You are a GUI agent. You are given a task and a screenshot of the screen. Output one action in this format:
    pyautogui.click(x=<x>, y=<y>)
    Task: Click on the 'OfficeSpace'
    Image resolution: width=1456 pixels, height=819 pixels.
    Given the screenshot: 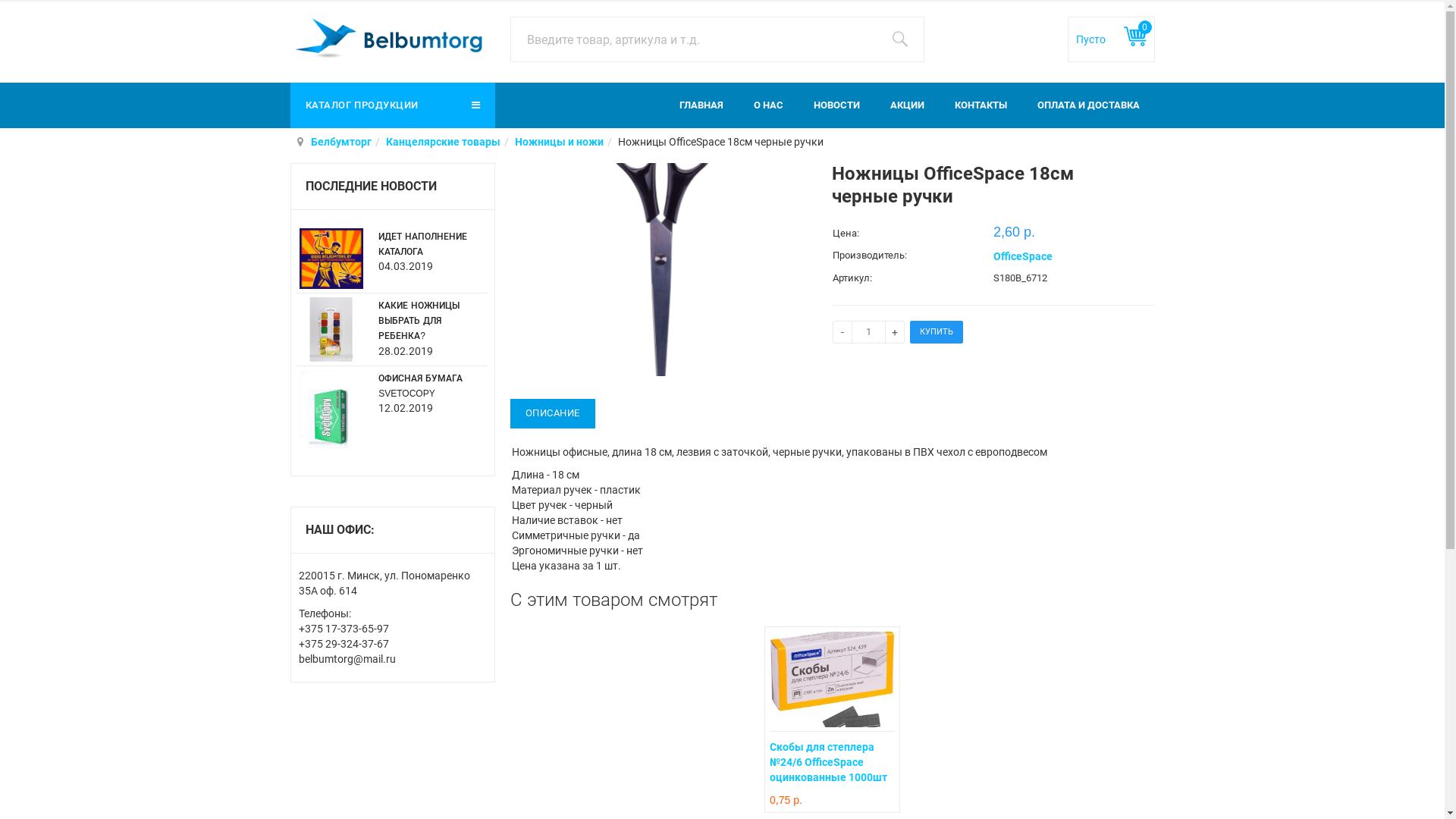 What is the action you would take?
    pyautogui.click(x=1022, y=256)
    